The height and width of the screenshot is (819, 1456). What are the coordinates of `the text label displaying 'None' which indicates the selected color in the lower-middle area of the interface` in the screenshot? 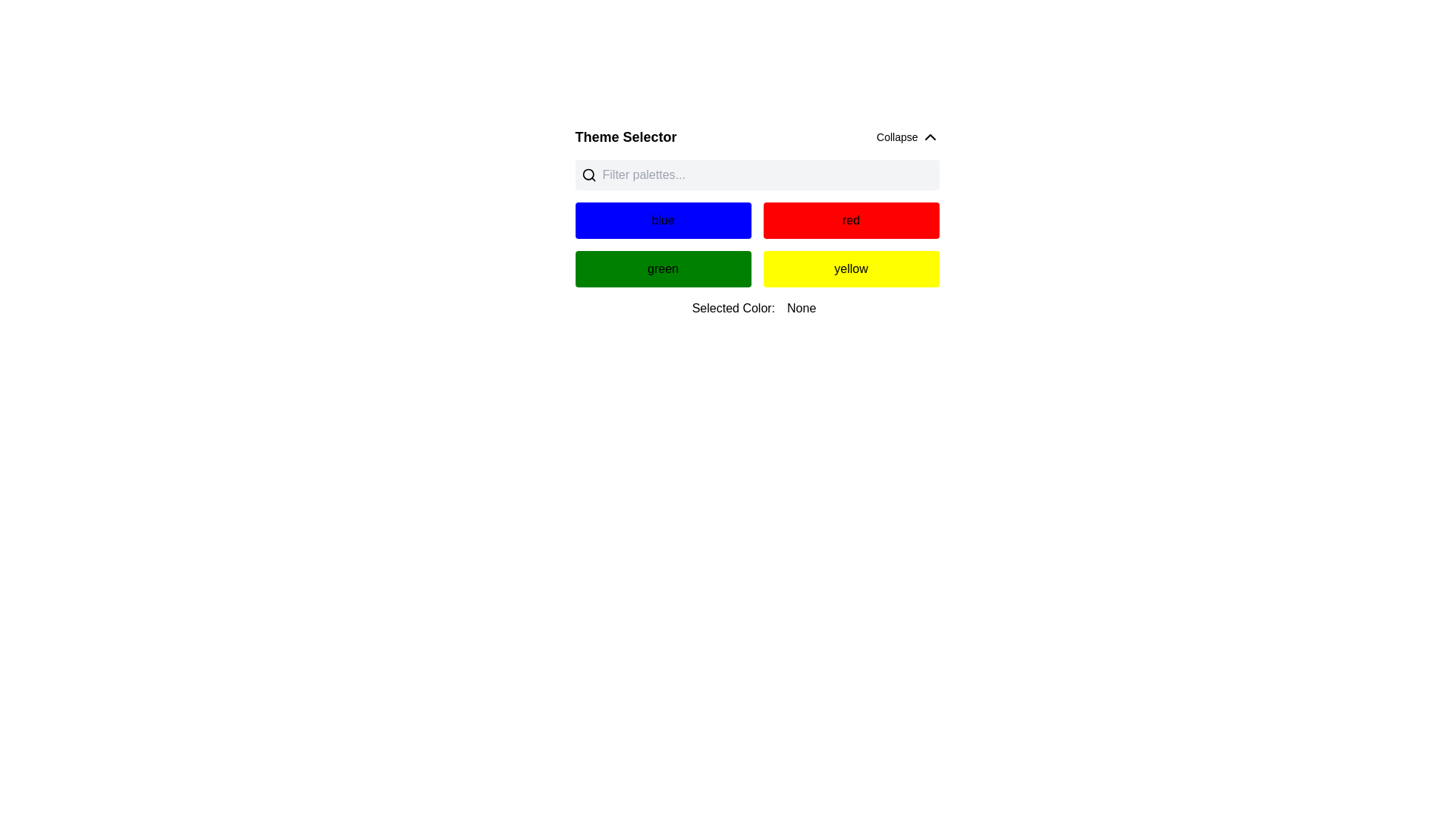 It's located at (801, 307).